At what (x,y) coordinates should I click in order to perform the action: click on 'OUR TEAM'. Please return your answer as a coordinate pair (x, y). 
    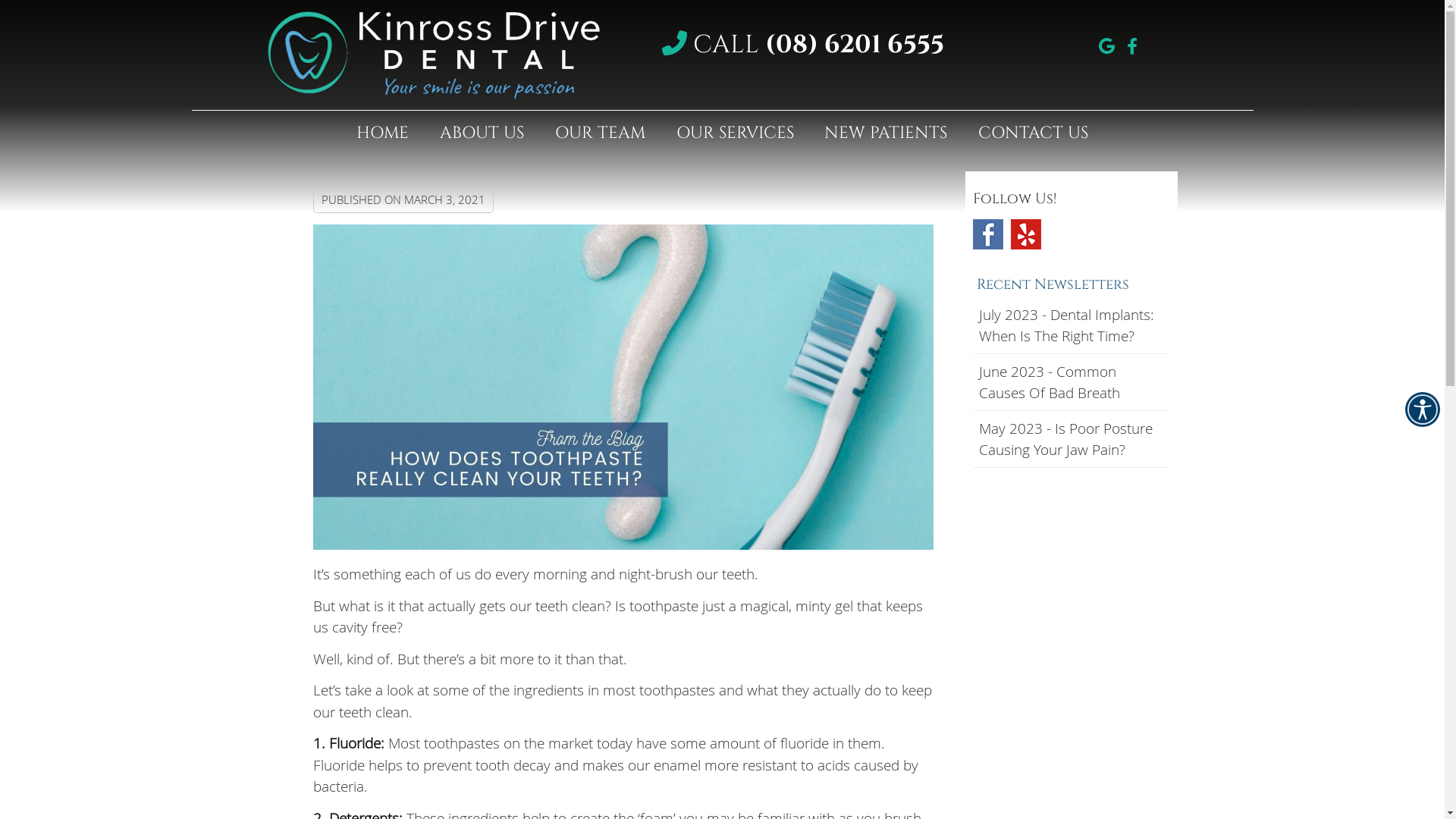
    Looking at the image, I should click on (600, 133).